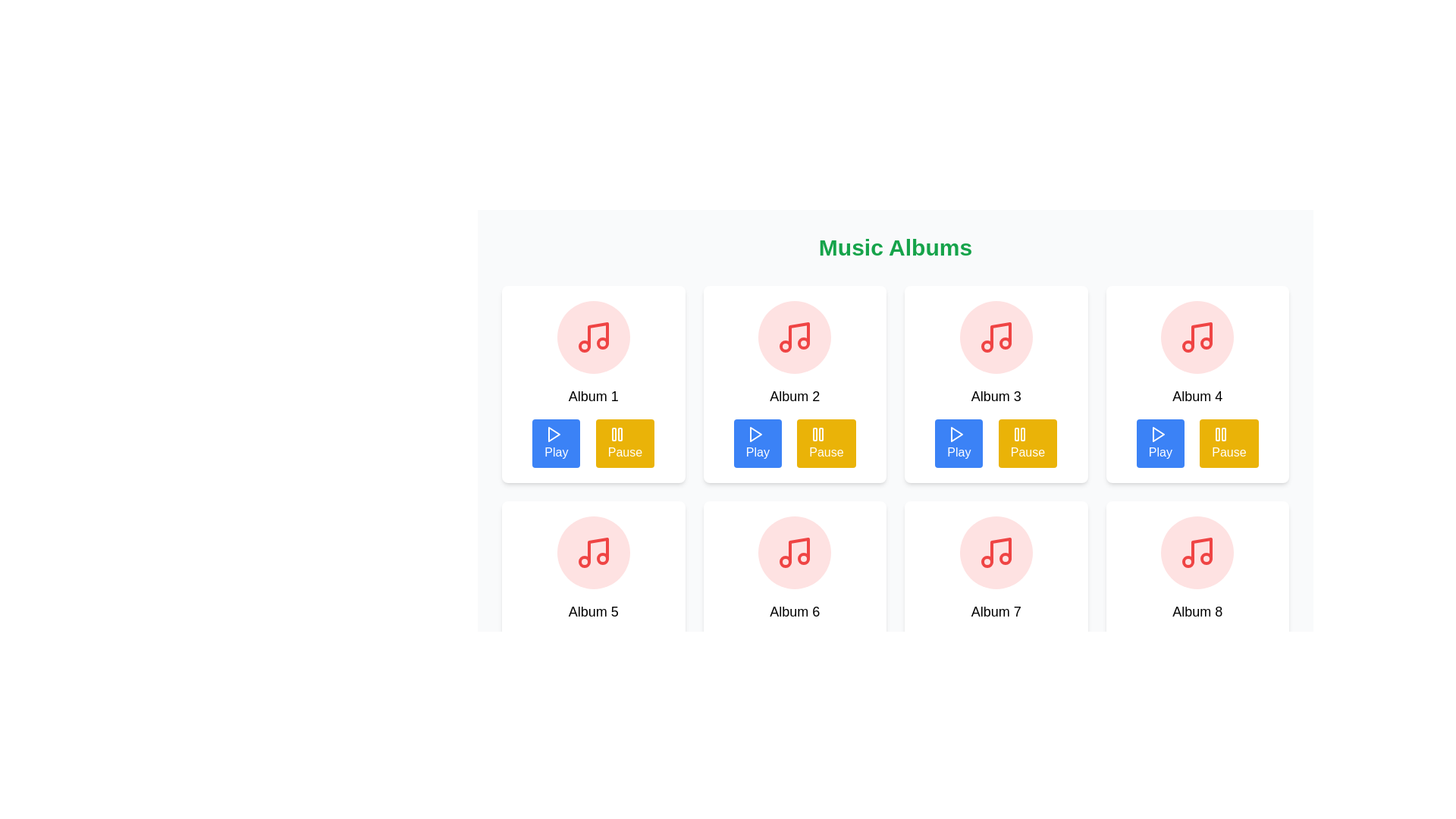  I want to click on the graphical vector line that represents the music note for 'Album 7', located in the middle-right section of the layout, so click(1000, 550).